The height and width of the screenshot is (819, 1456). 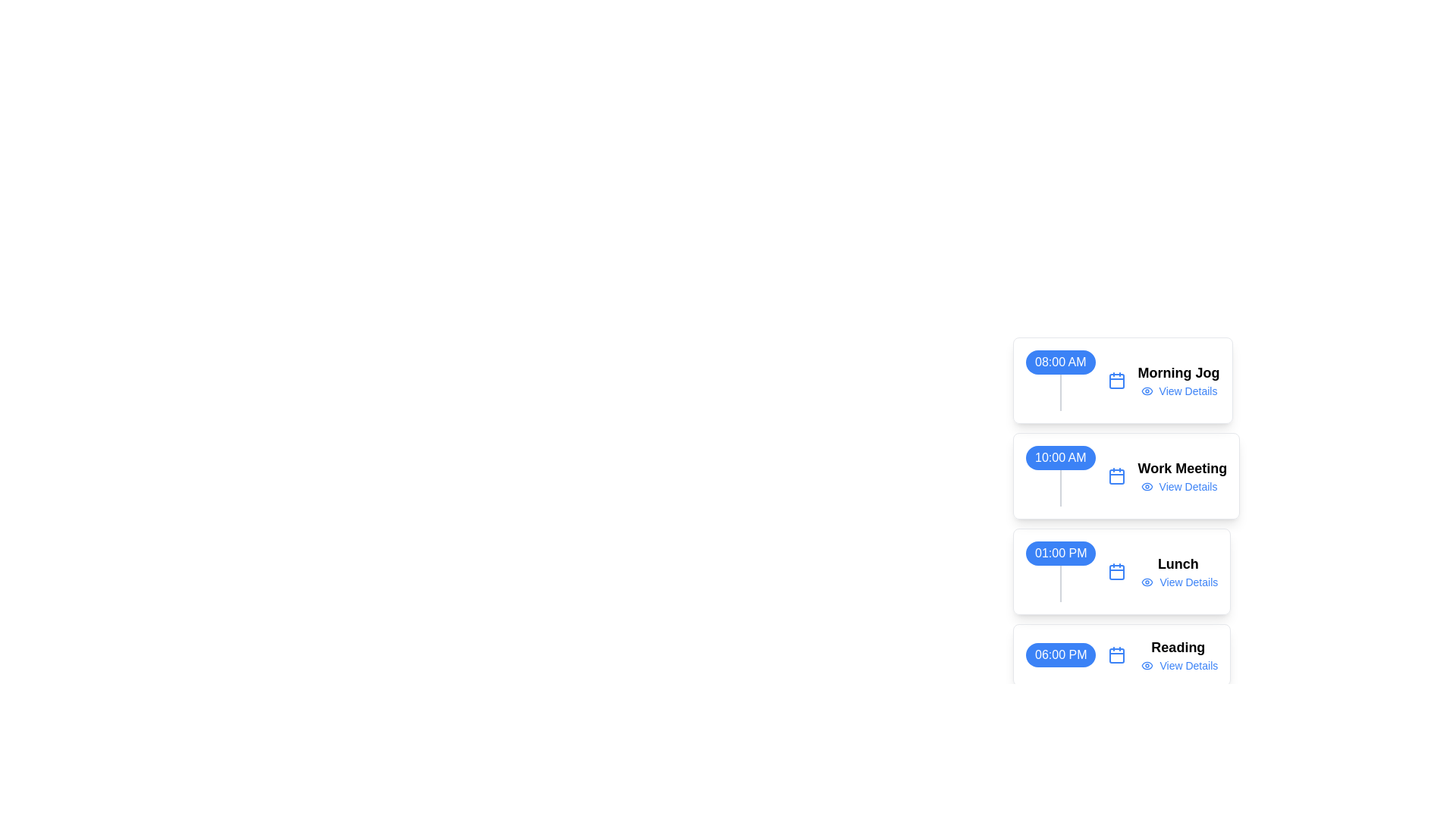 I want to click on the interactive text hyperlink located beneath the 'Lunch' title to underline the text, so click(x=1177, y=581).